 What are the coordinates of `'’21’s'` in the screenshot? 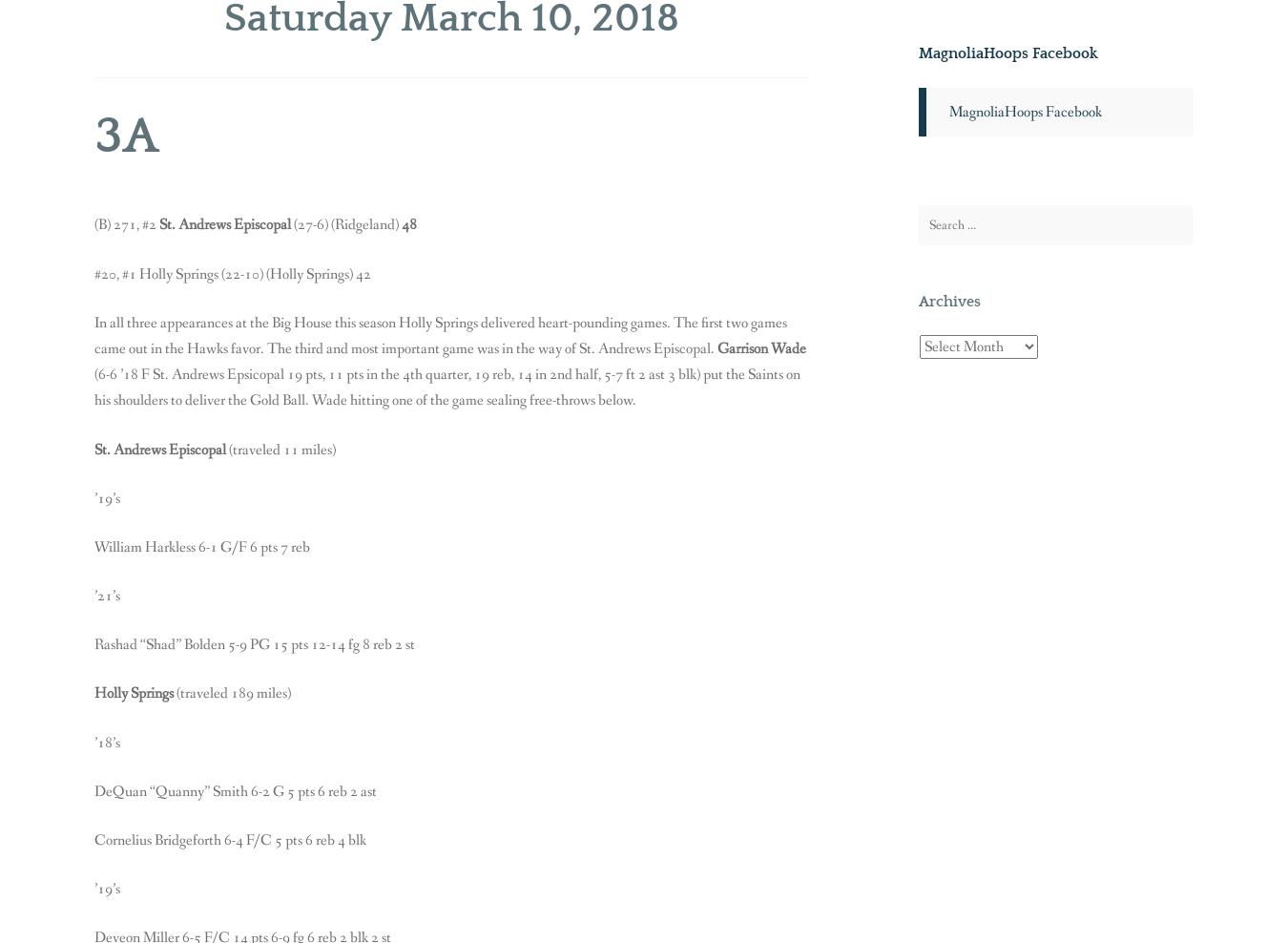 It's located at (106, 595).